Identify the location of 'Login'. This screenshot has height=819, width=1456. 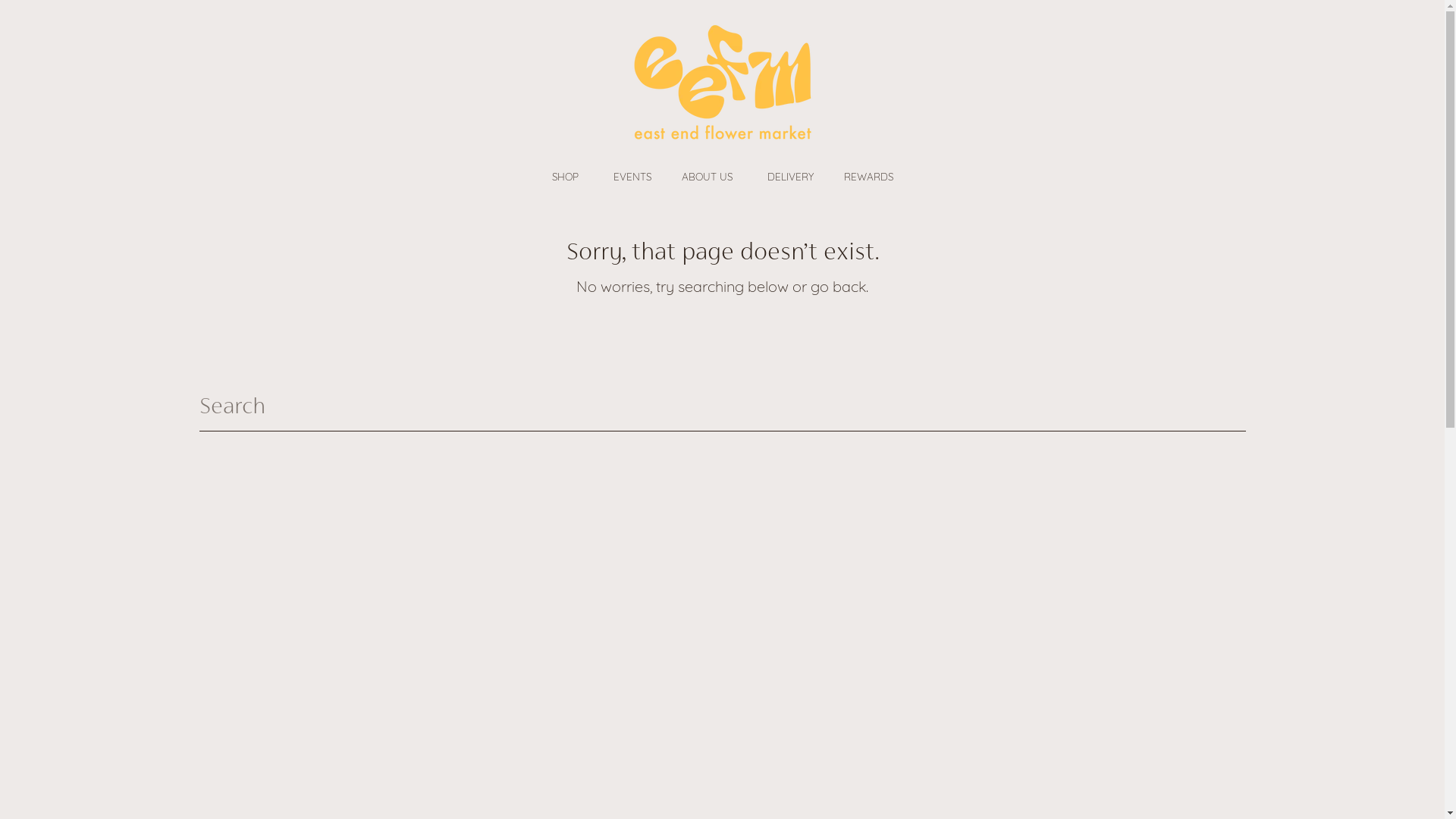
(218, 85).